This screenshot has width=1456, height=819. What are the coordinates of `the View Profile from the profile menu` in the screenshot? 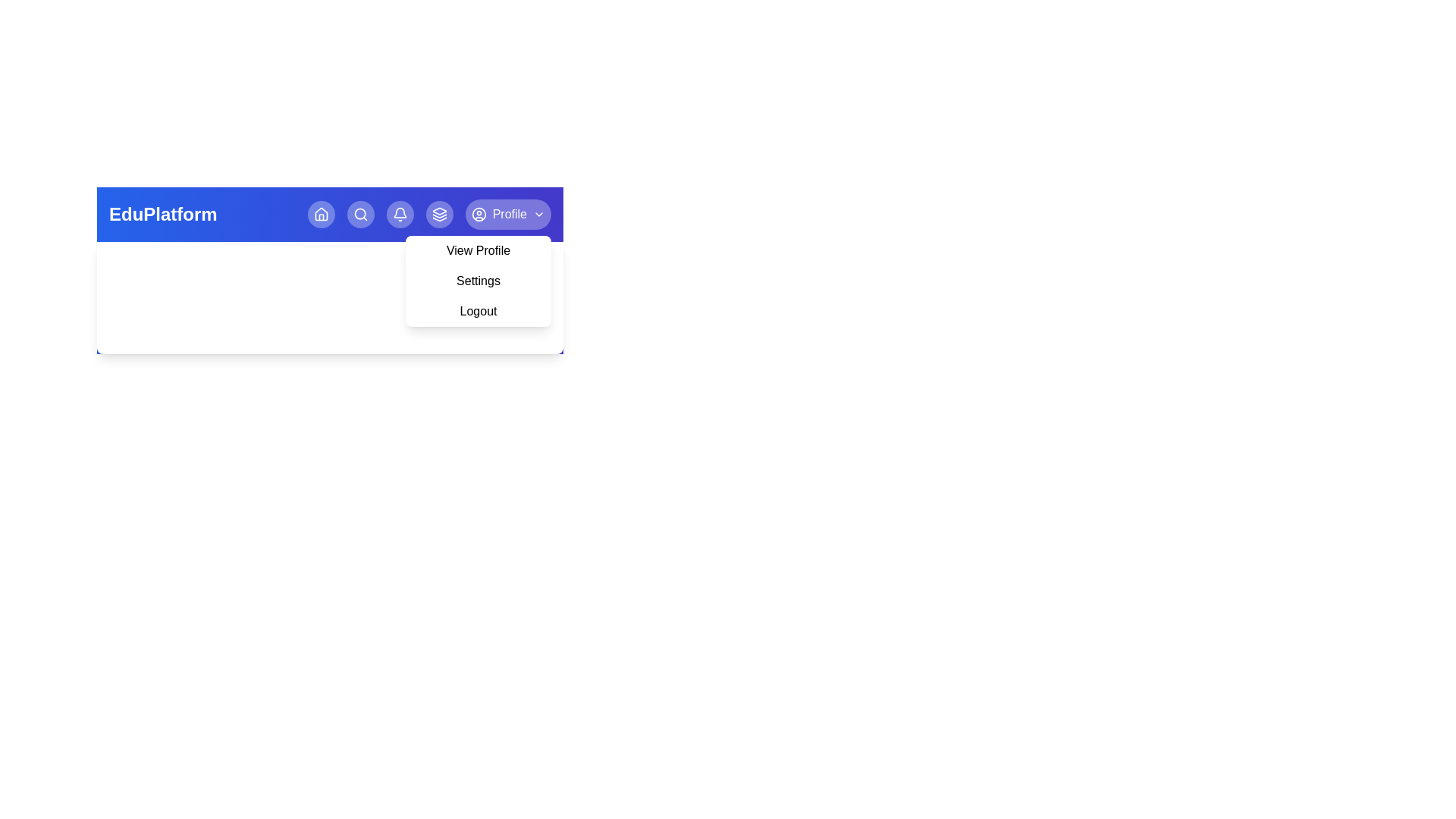 It's located at (477, 250).